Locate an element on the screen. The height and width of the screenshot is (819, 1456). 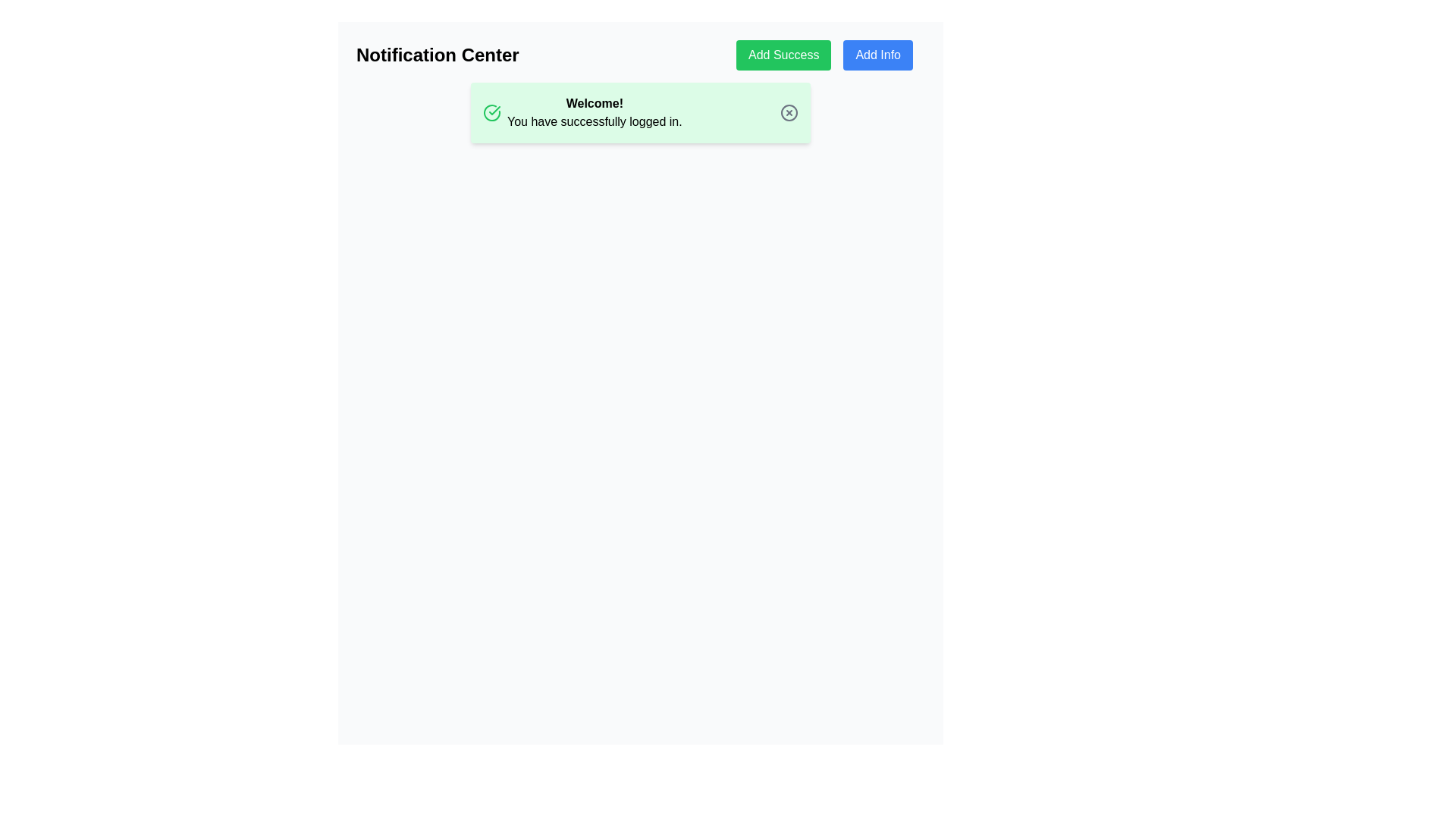
the success icon located on the left side near the phrase 'Welcome! You have successfully logged in.' is located at coordinates (491, 112).